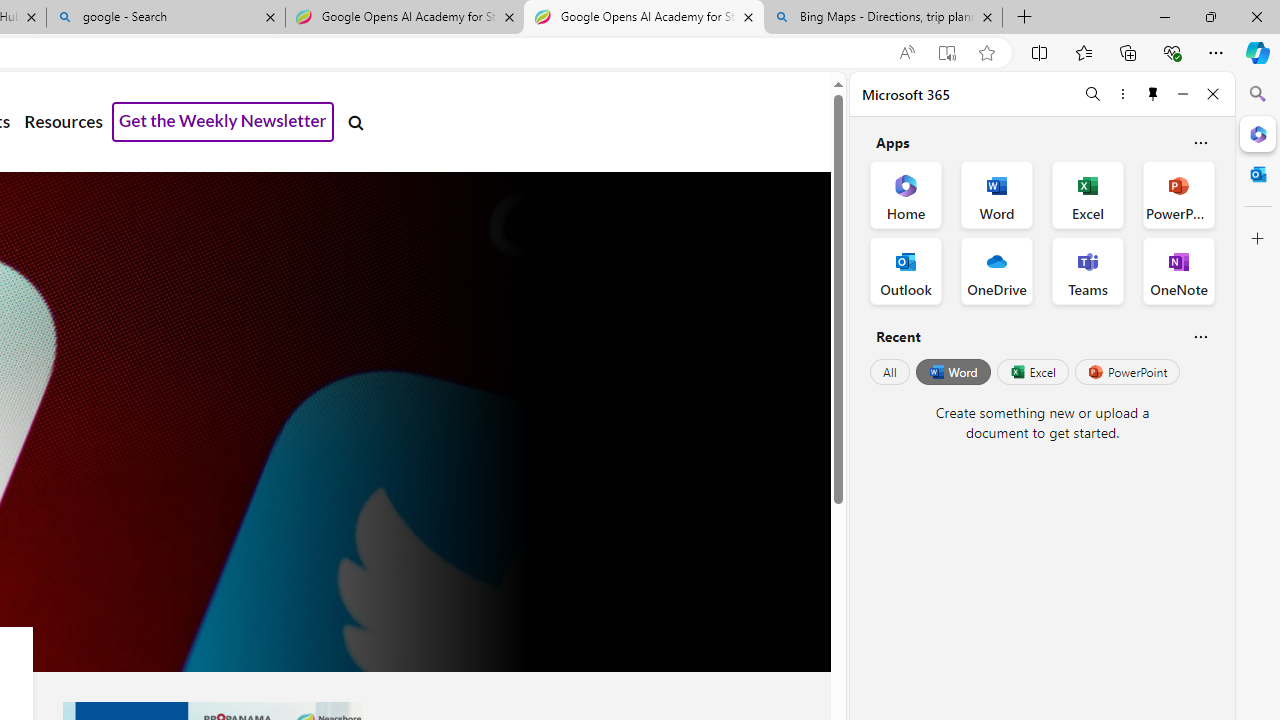 The width and height of the screenshot is (1280, 720). Describe the element at coordinates (1040, 51) in the screenshot. I see `'Split screen'` at that location.